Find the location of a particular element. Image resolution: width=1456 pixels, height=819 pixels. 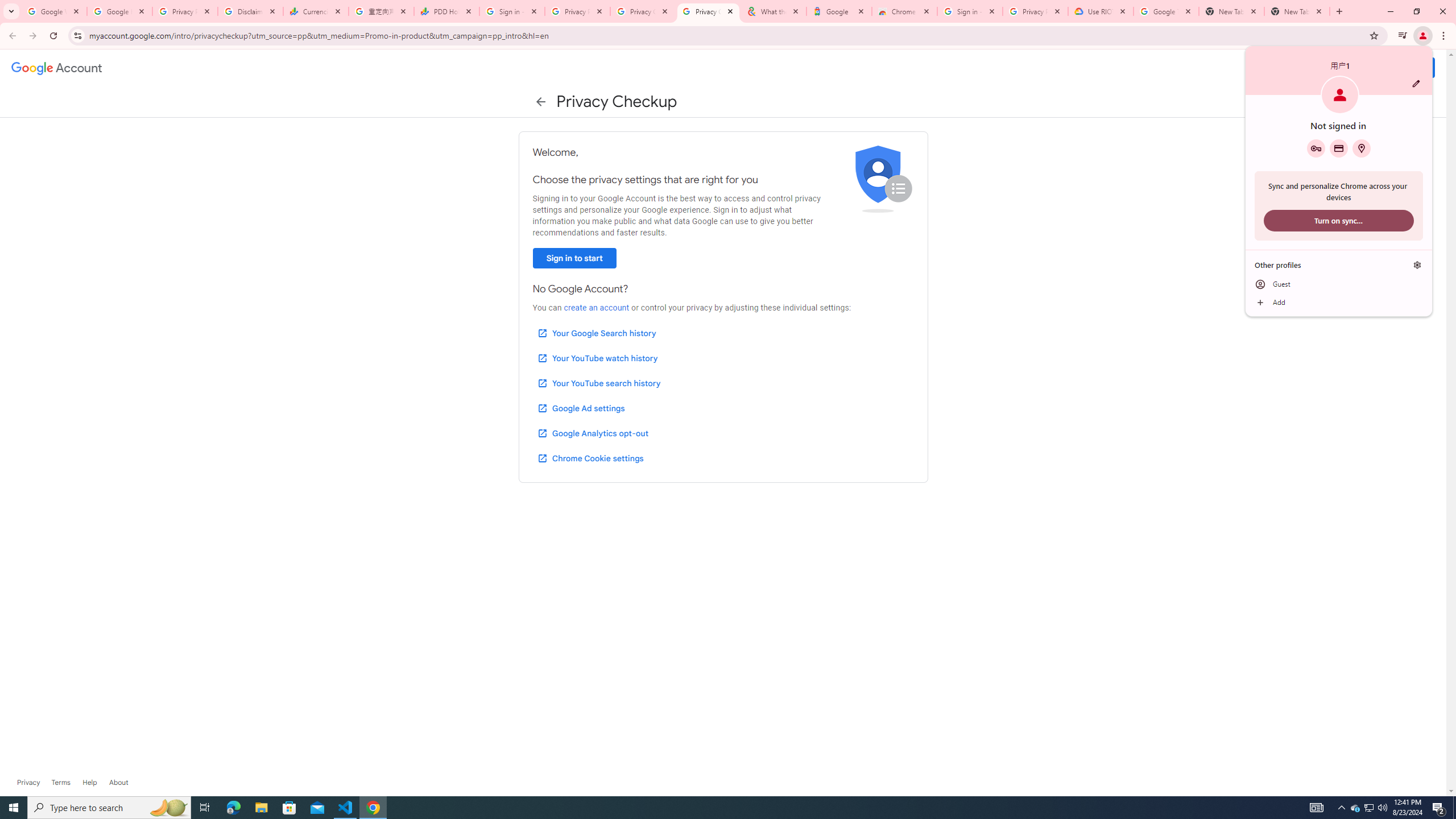

'Add' is located at coordinates (1338, 303).